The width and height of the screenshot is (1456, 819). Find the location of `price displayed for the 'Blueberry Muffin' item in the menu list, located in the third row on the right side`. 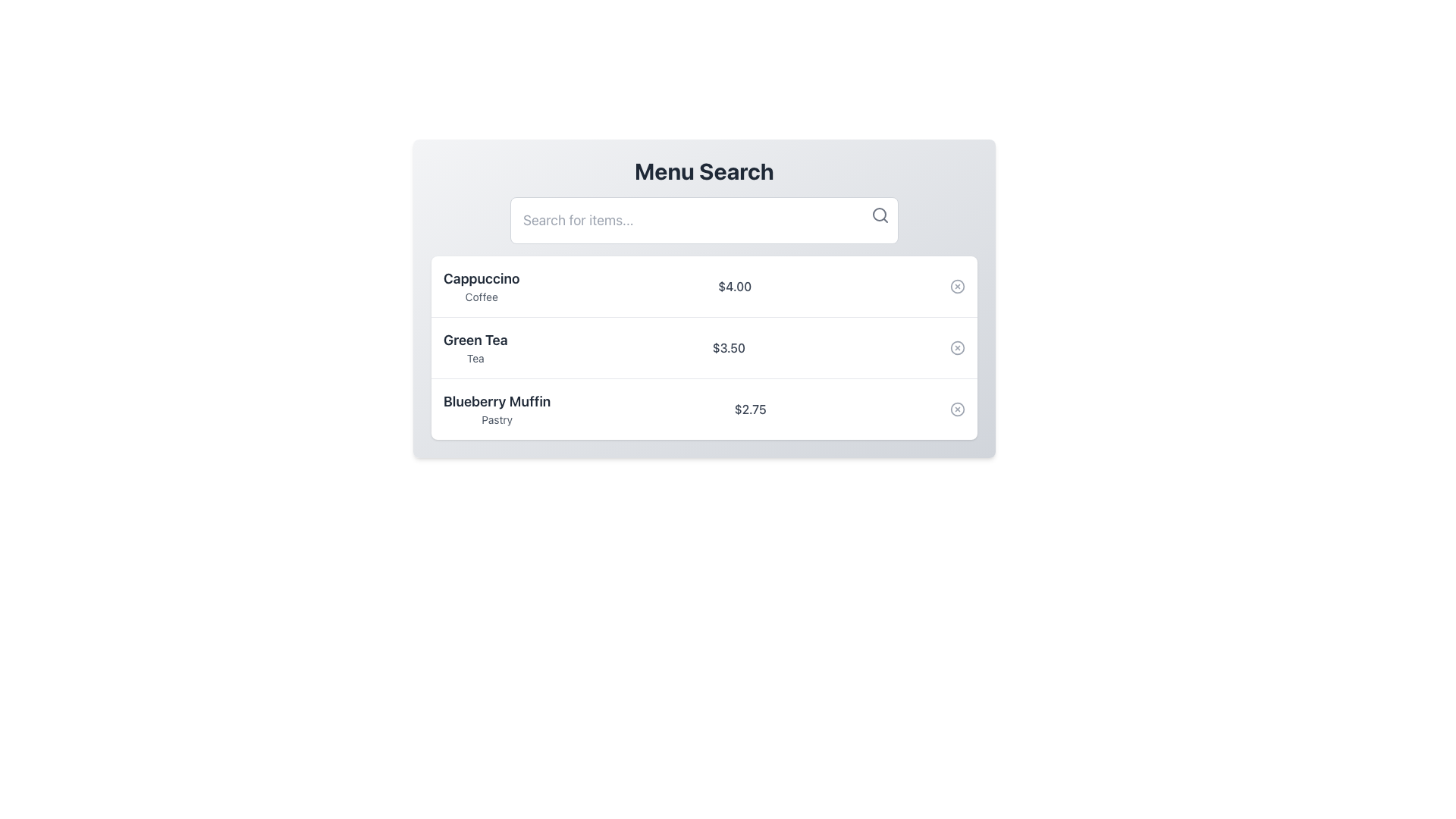

price displayed for the 'Blueberry Muffin' item in the menu list, located in the third row on the right side is located at coordinates (750, 409).